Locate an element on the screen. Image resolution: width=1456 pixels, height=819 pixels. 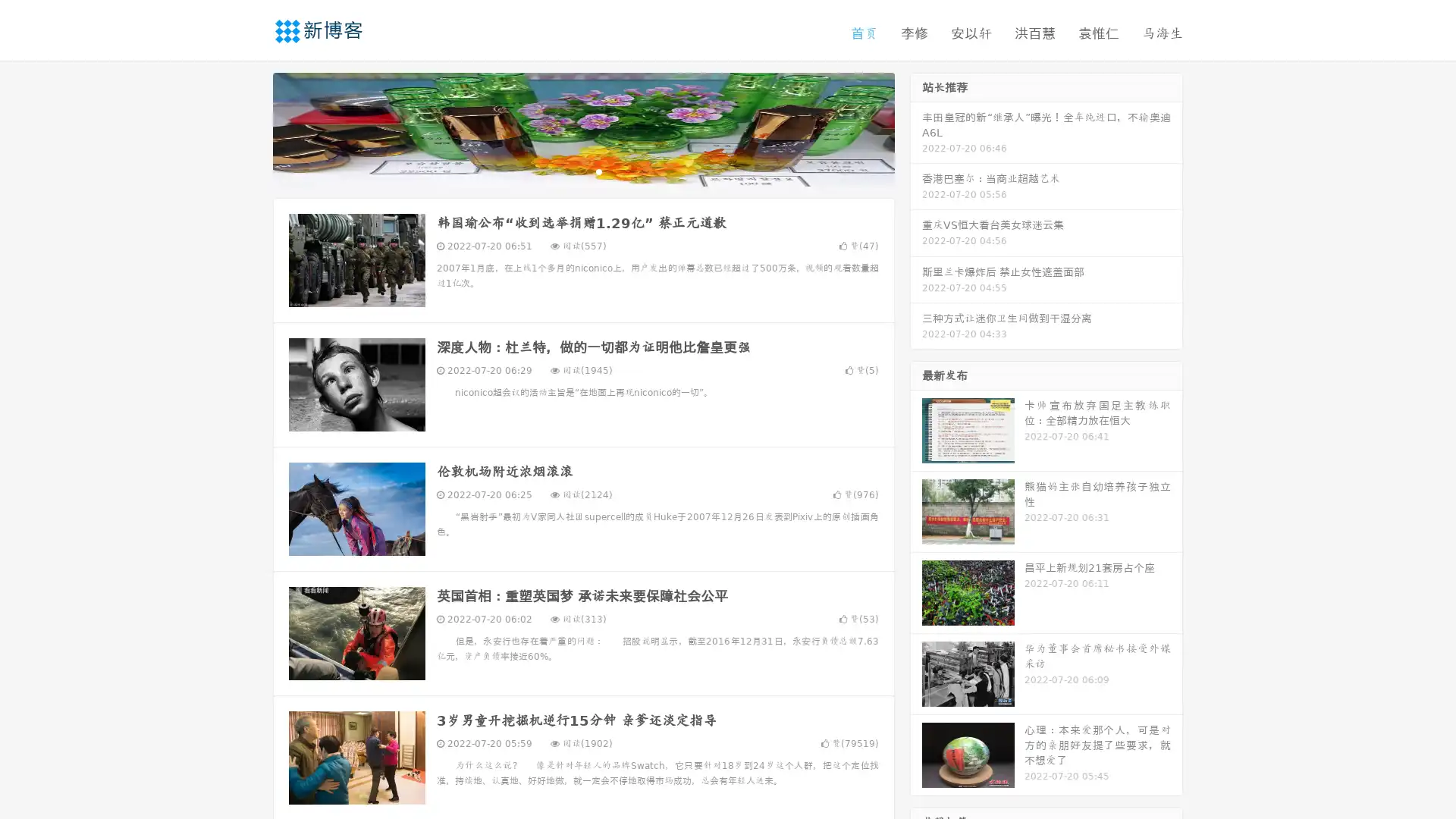
Next slide is located at coordinates (916, 127).